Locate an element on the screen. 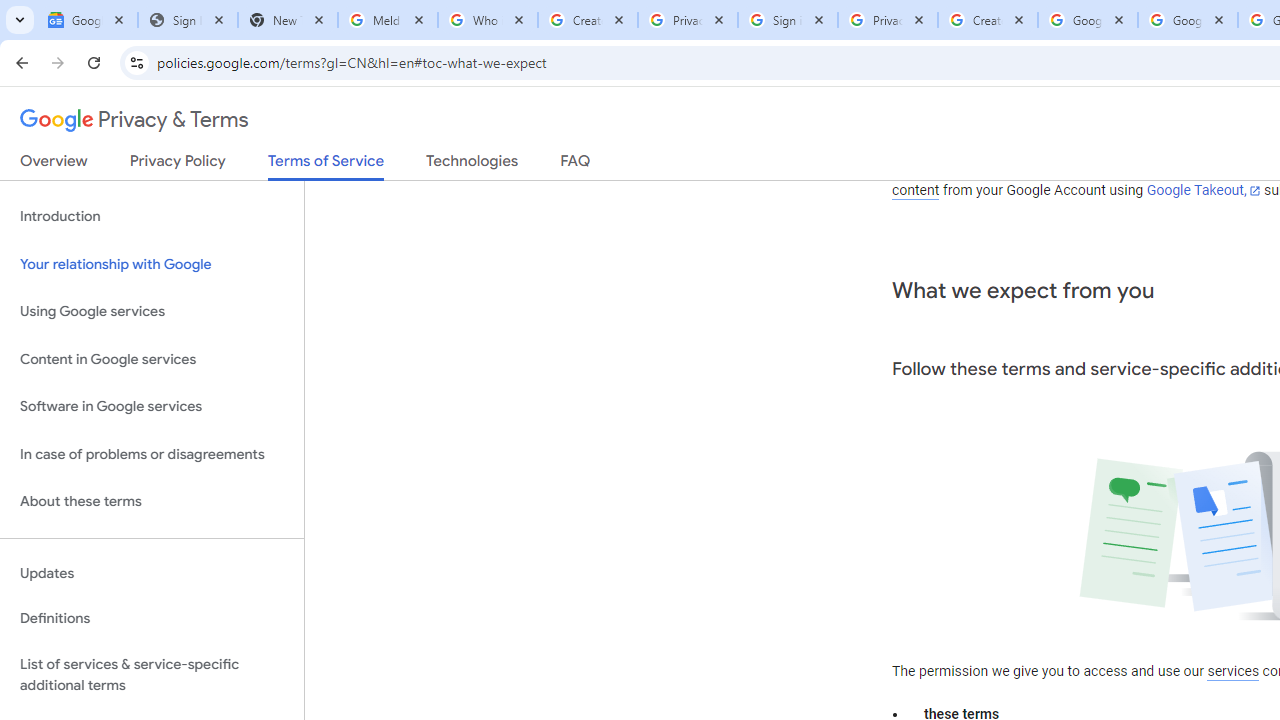 The height and width of the screenshot is (720, 1280). 'Privacy Policy' is located at coordinates (177, 164).